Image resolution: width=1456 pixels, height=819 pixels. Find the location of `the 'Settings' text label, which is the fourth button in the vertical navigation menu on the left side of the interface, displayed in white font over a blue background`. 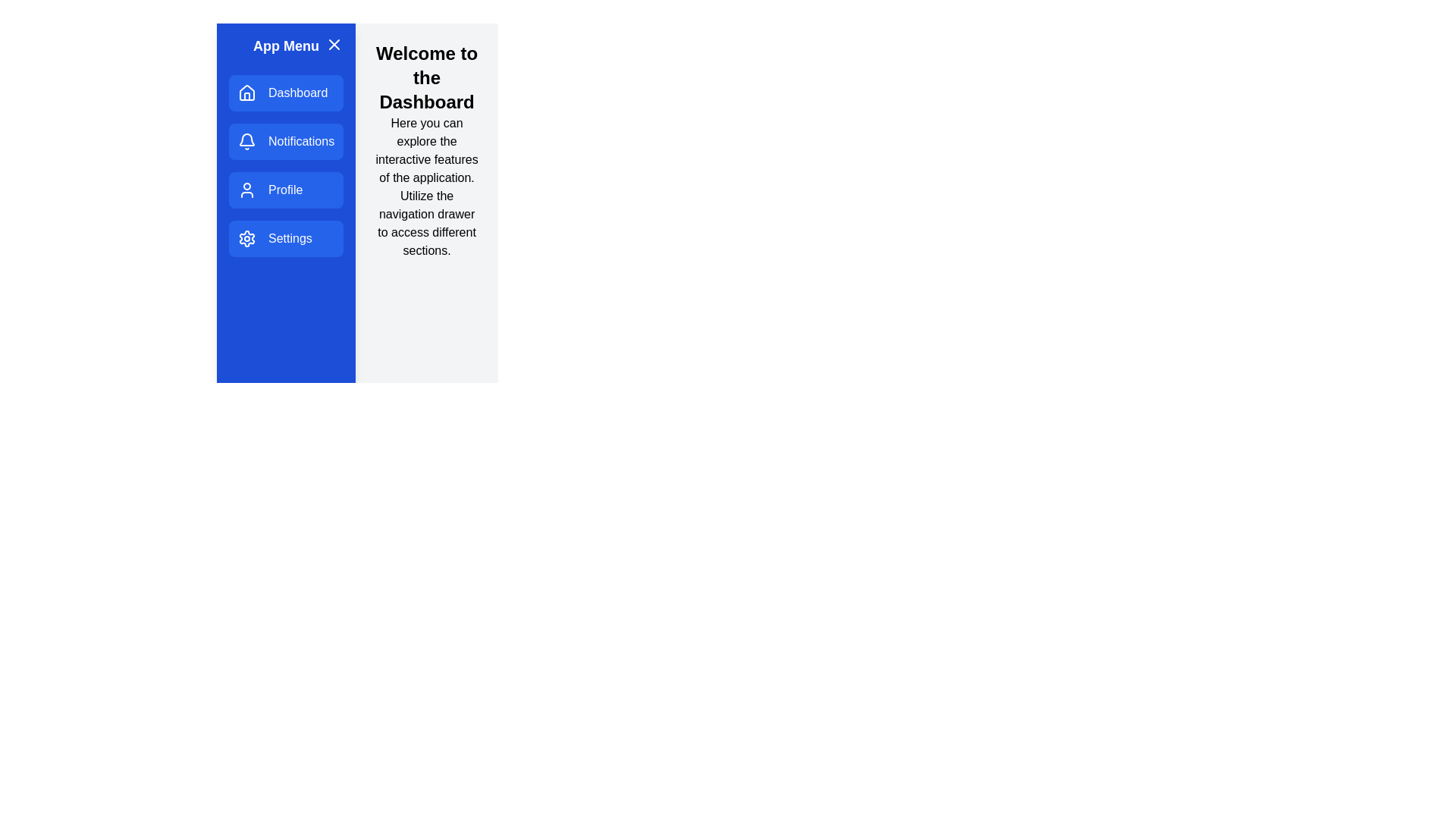

the 'Settings' text label, which is the fourth button in the vertical navigation menu on the left side of the interface, displayed in white font over a blue background is located at coordinates (290, 239).